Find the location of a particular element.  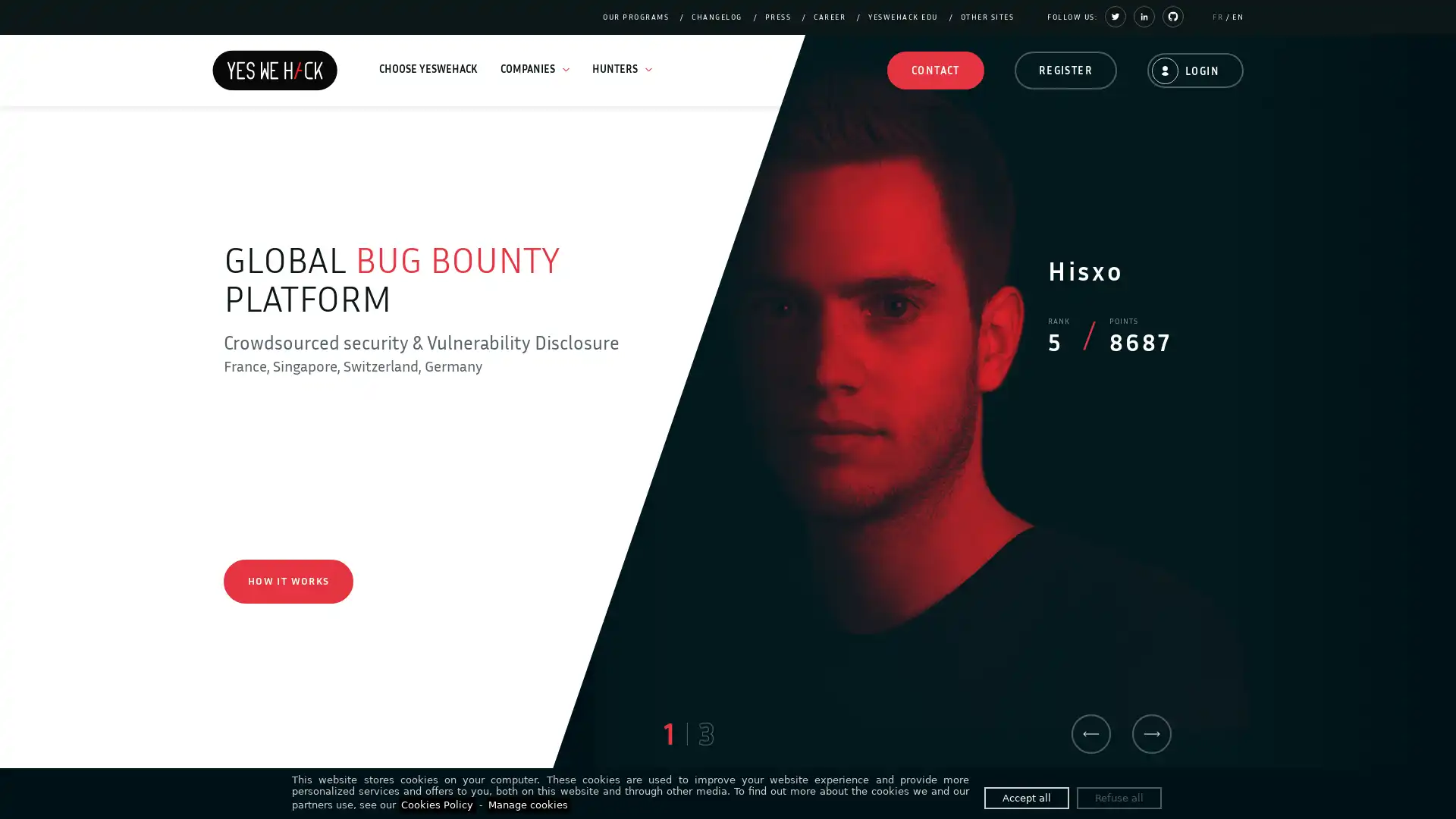

Accept all is located at coordinates (1026, 797).